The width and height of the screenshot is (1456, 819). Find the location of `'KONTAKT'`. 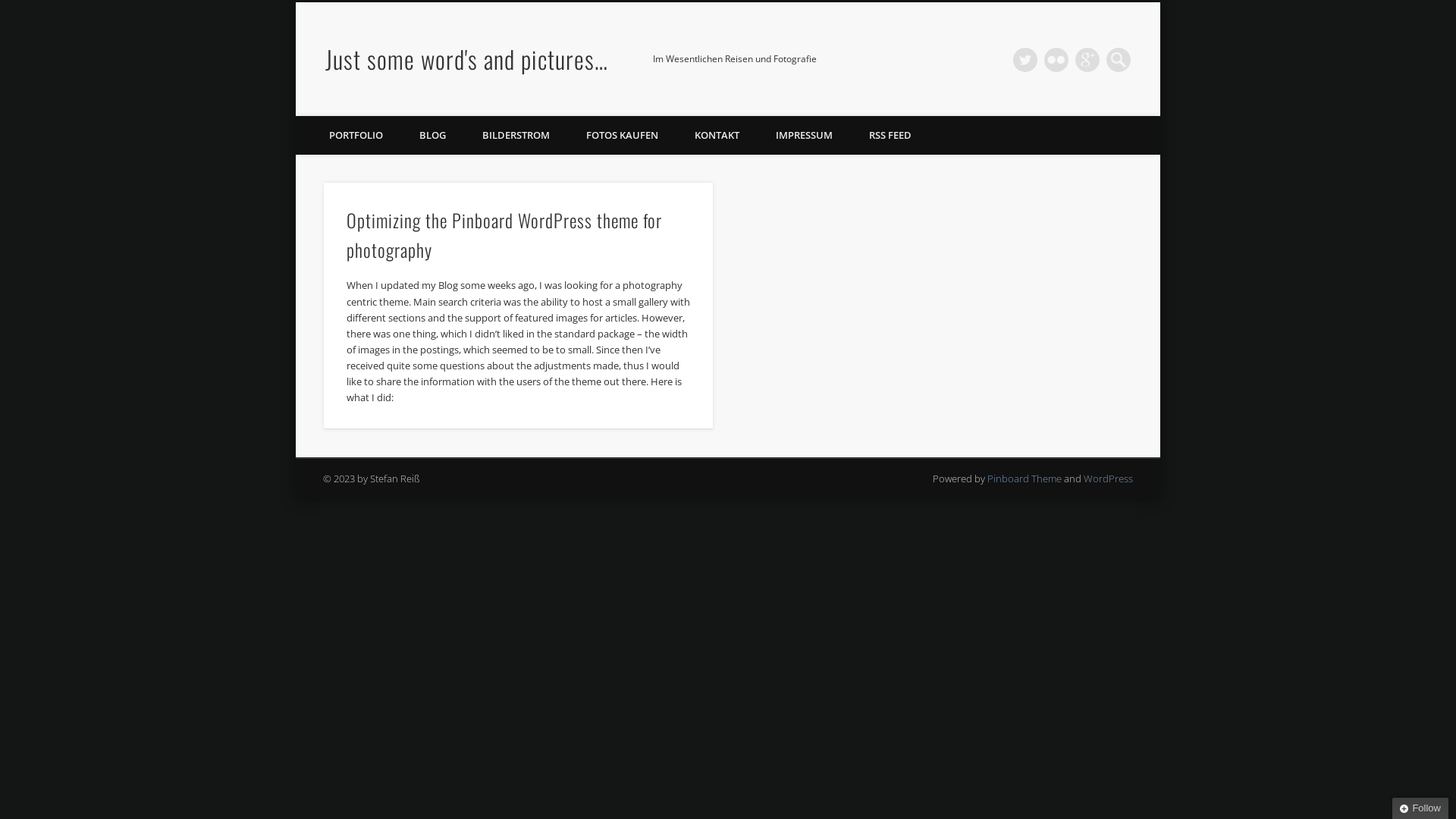

'KONTAKT' is located at coordinates (716, 134).